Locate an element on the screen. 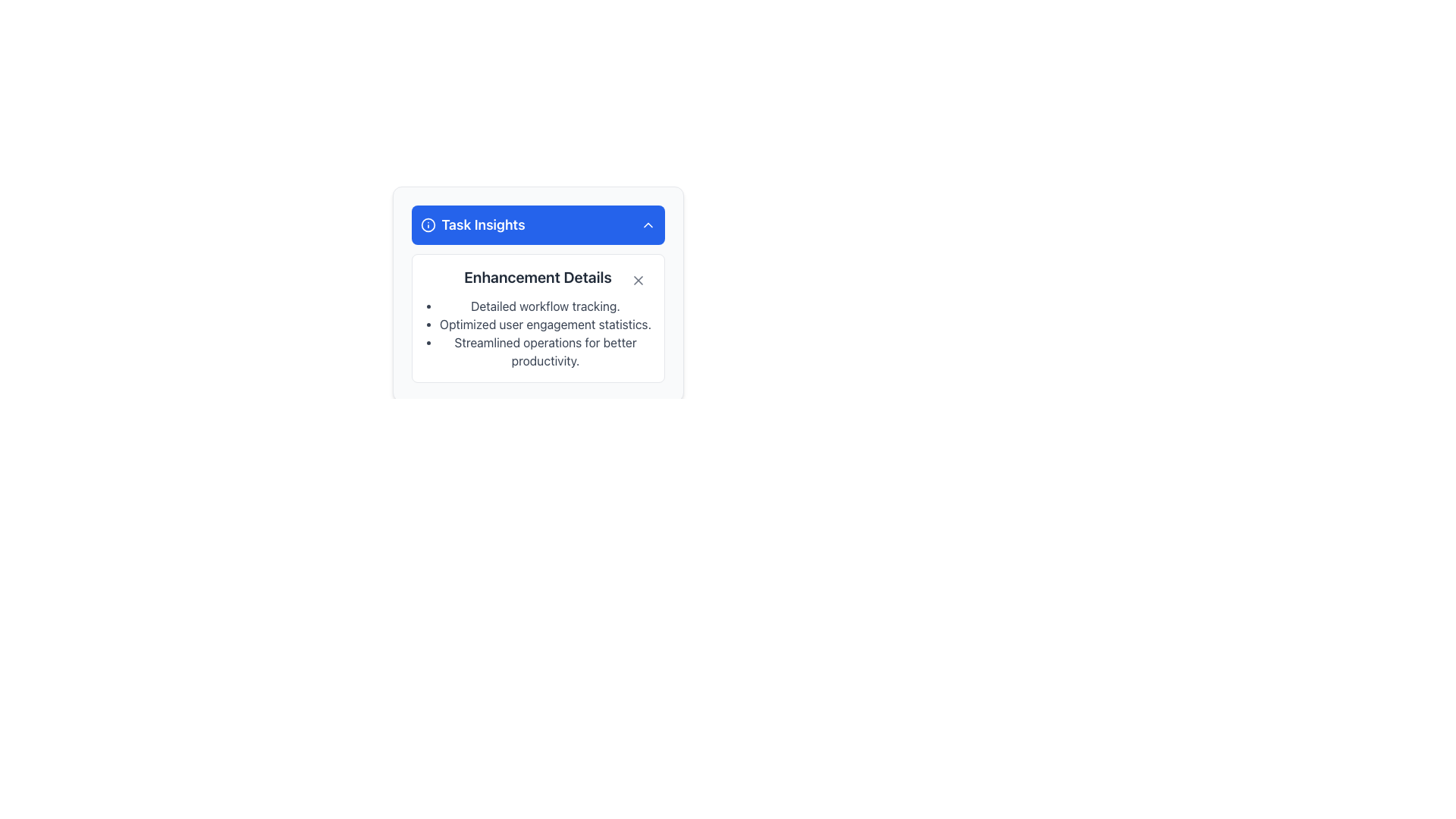 This screenshot has height=819, width=1456. the close button located in the top-right corner of the 'Enhancement Details' section is located at coordinates (638, 281).